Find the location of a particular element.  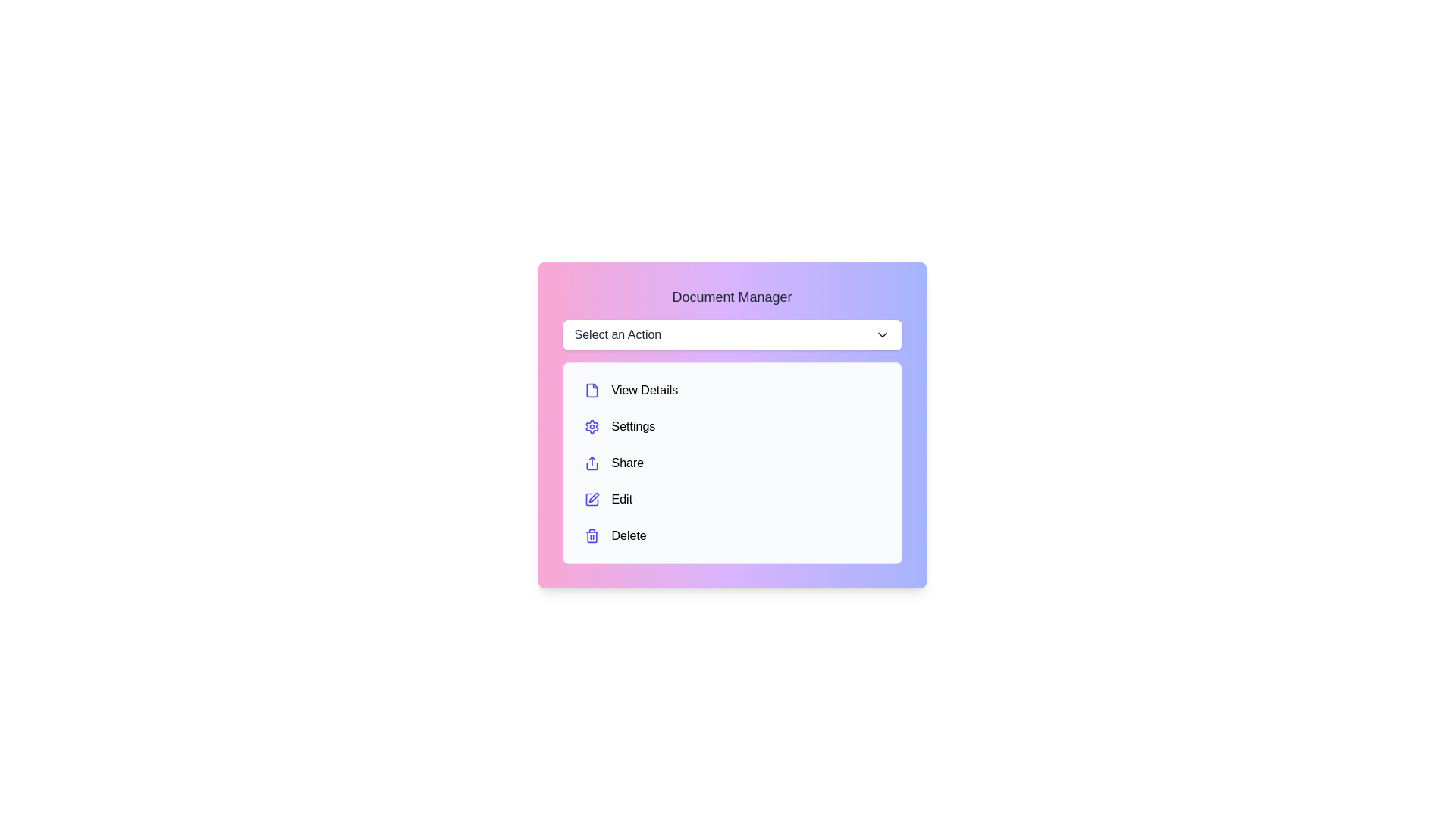

the 'Share' button, which is the third option in the 'Document Manager' menu is located at coordinates (732, 462).